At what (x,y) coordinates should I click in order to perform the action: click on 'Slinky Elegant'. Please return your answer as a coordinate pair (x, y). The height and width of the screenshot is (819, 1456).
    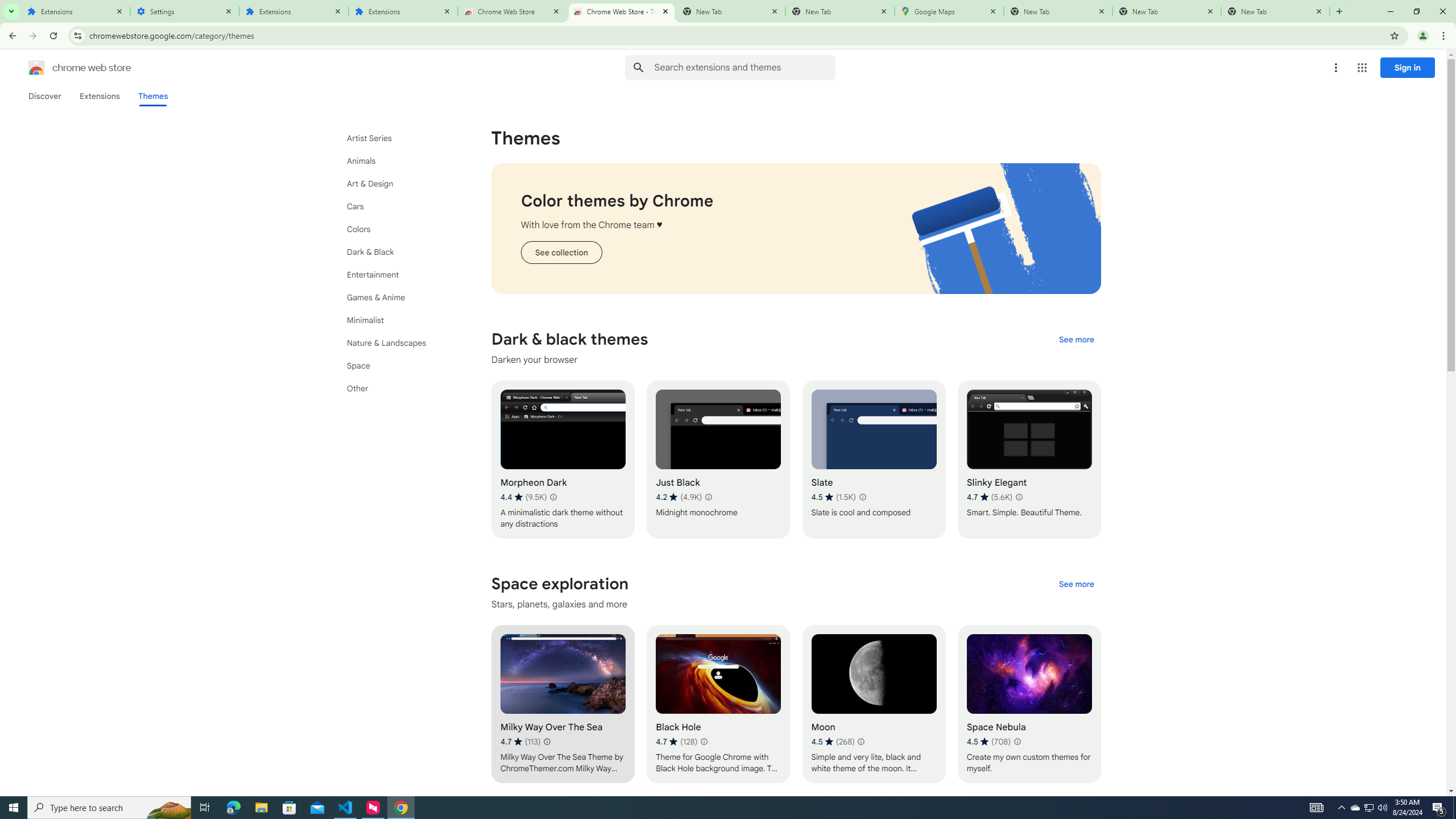
    Looking at the image, I should click on (1028, 460).